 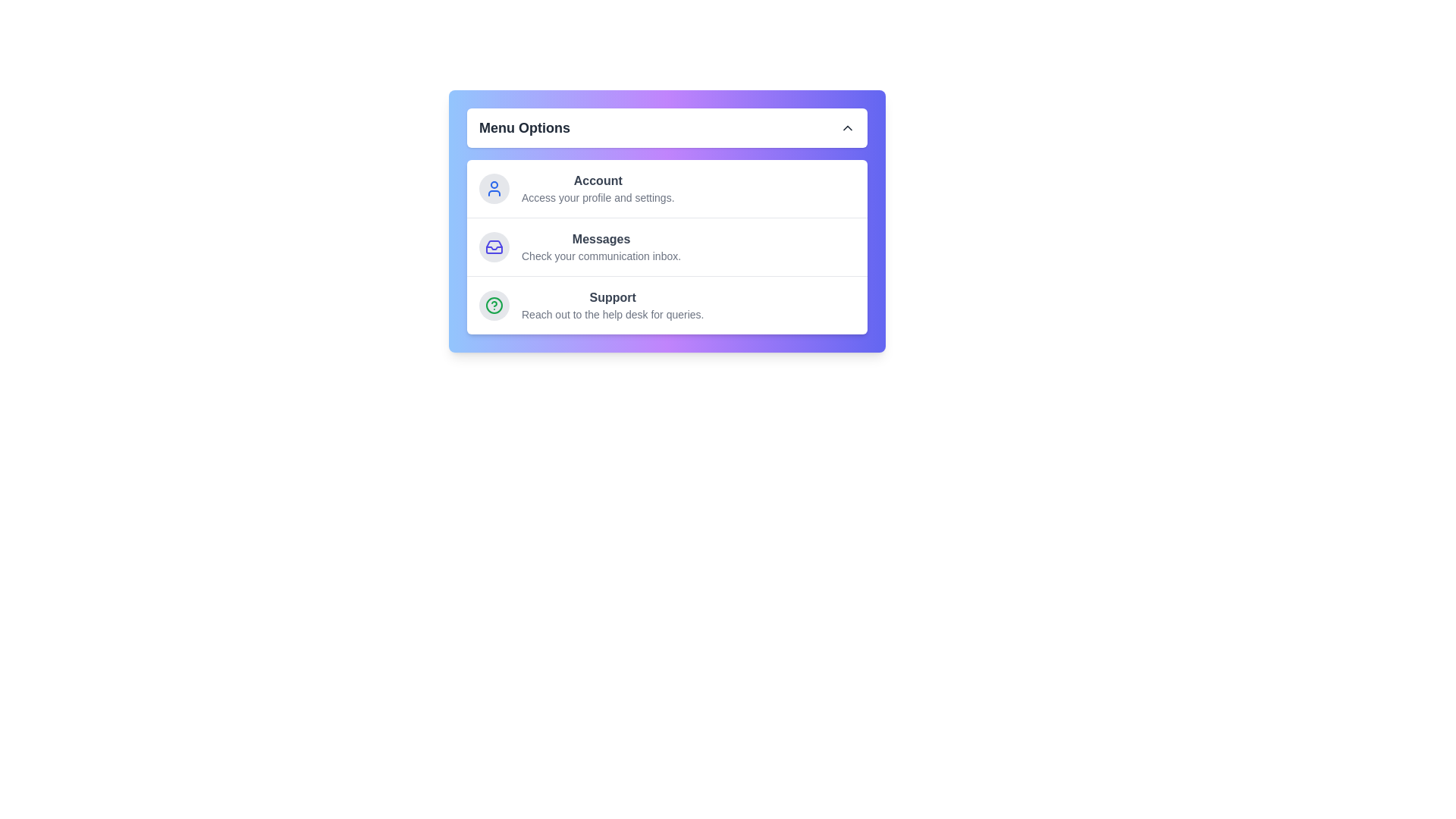 What do you see at coordinates (667, 127) in the screenshot?
I see `the toggle button to change the menu's state` at bounding box center [667, 127].